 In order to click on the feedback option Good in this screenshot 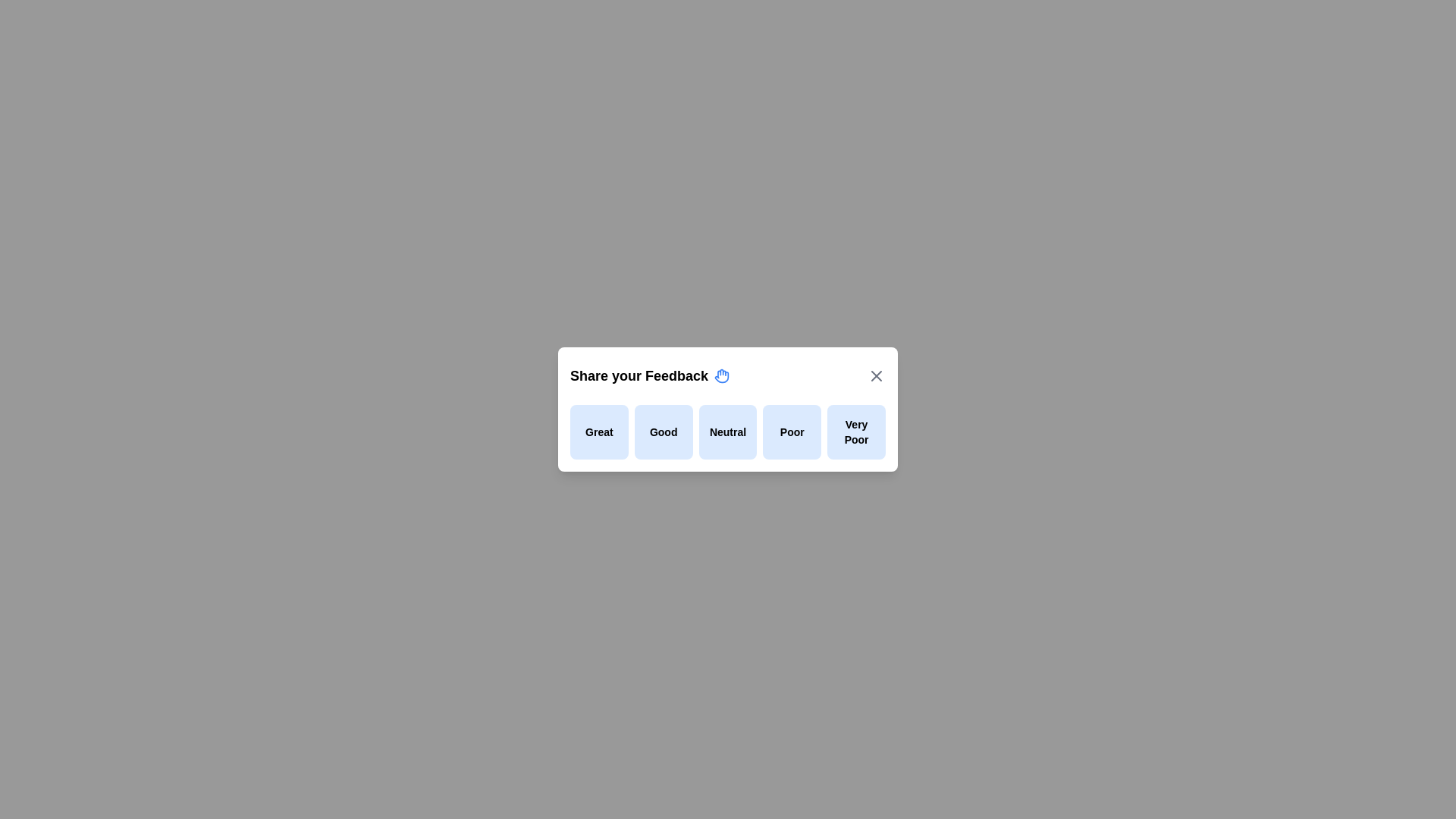, I will do `click(663, 432)`.